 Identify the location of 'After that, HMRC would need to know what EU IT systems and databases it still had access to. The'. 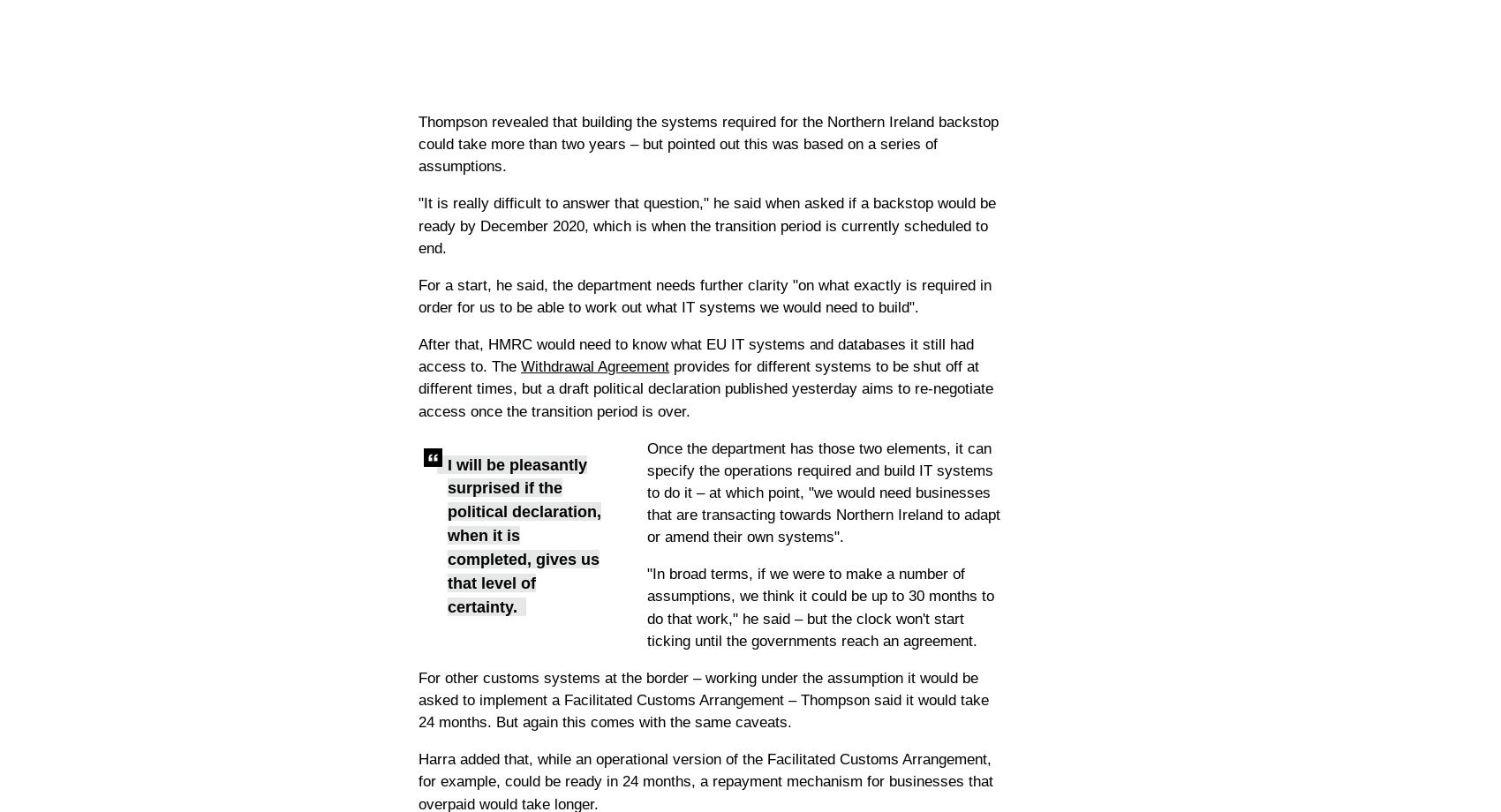
(695, 354).